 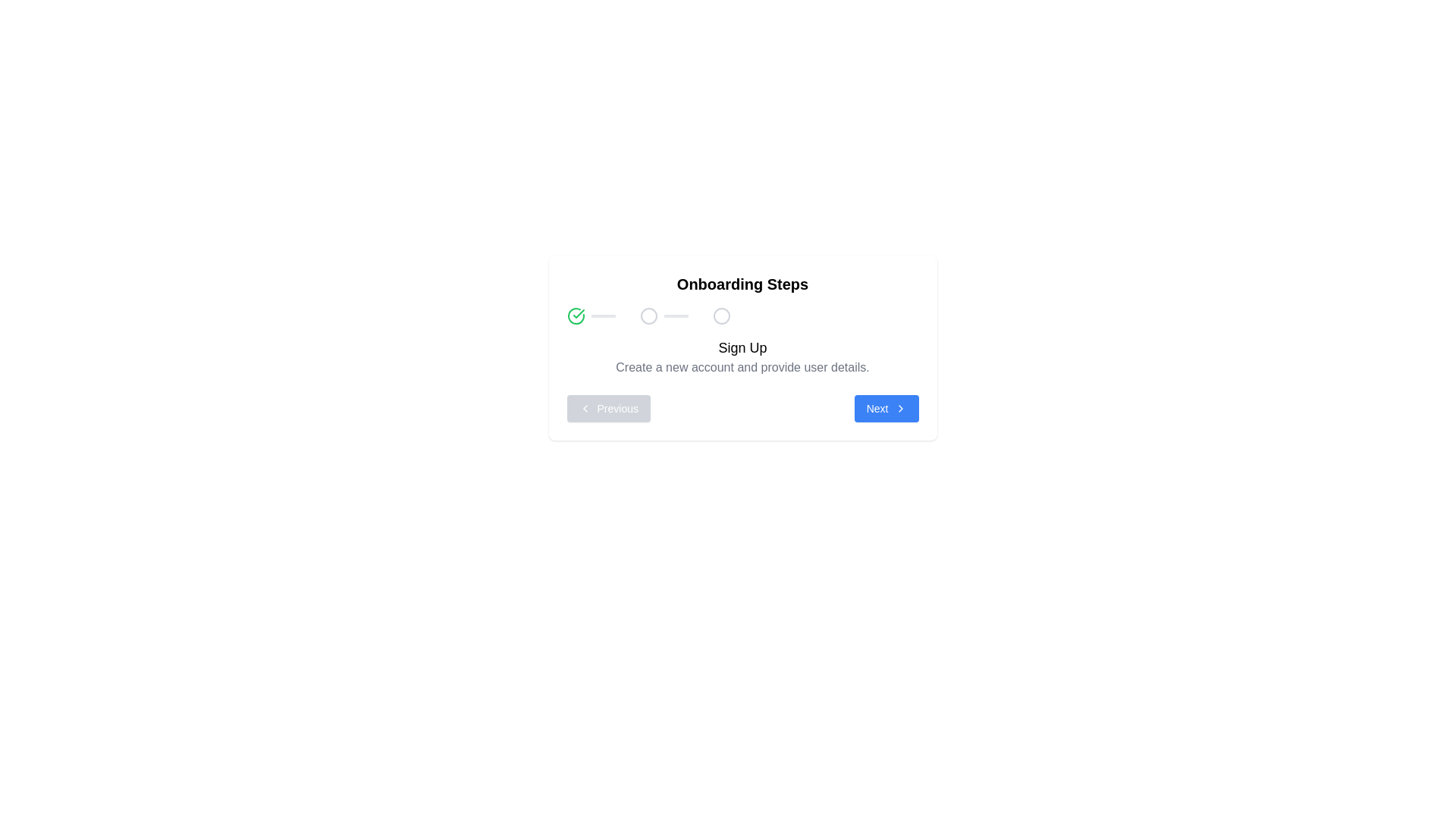 I want to click on the descriptive static text block that provides instructions for creating a new account, located immediately below the 'Sign Up' heading, so click(x=742, y=368).